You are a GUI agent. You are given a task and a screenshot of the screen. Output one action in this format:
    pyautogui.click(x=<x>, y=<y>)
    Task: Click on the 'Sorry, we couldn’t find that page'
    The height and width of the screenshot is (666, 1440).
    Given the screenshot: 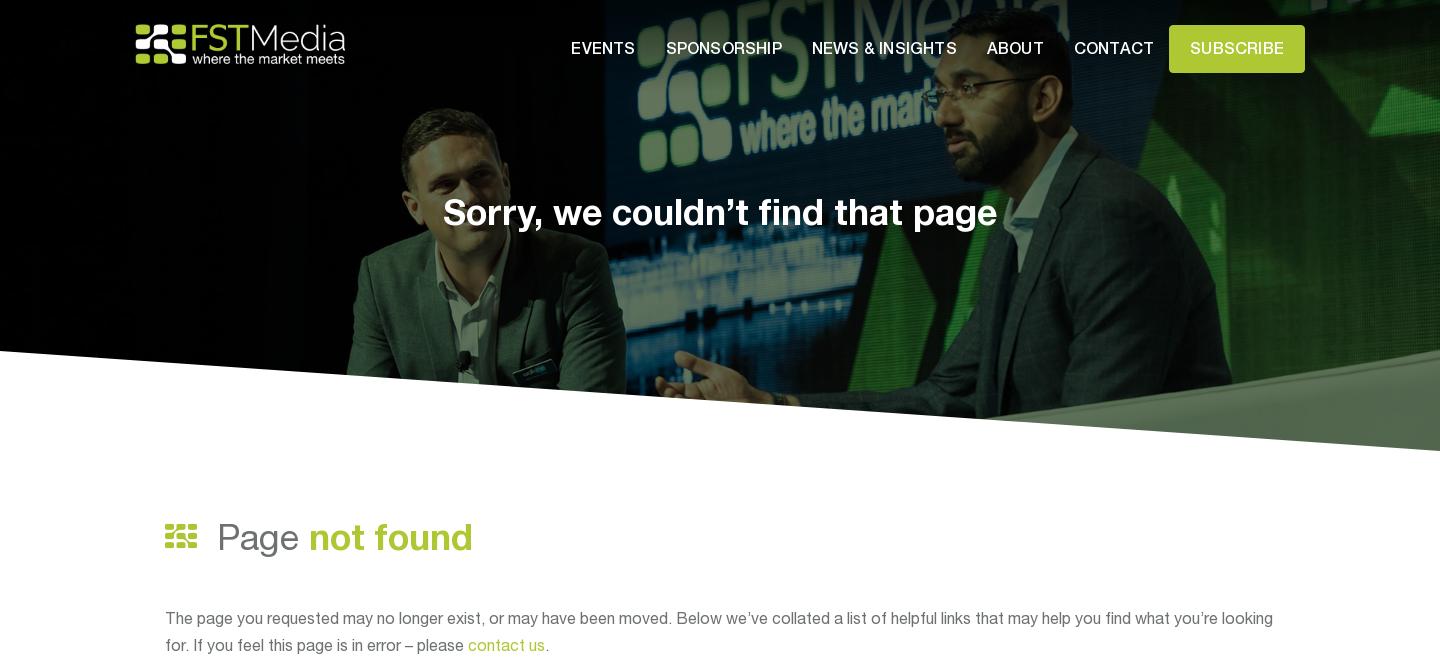 What is the action you would take?
    pyautogui.click(x=720, y=210)
    